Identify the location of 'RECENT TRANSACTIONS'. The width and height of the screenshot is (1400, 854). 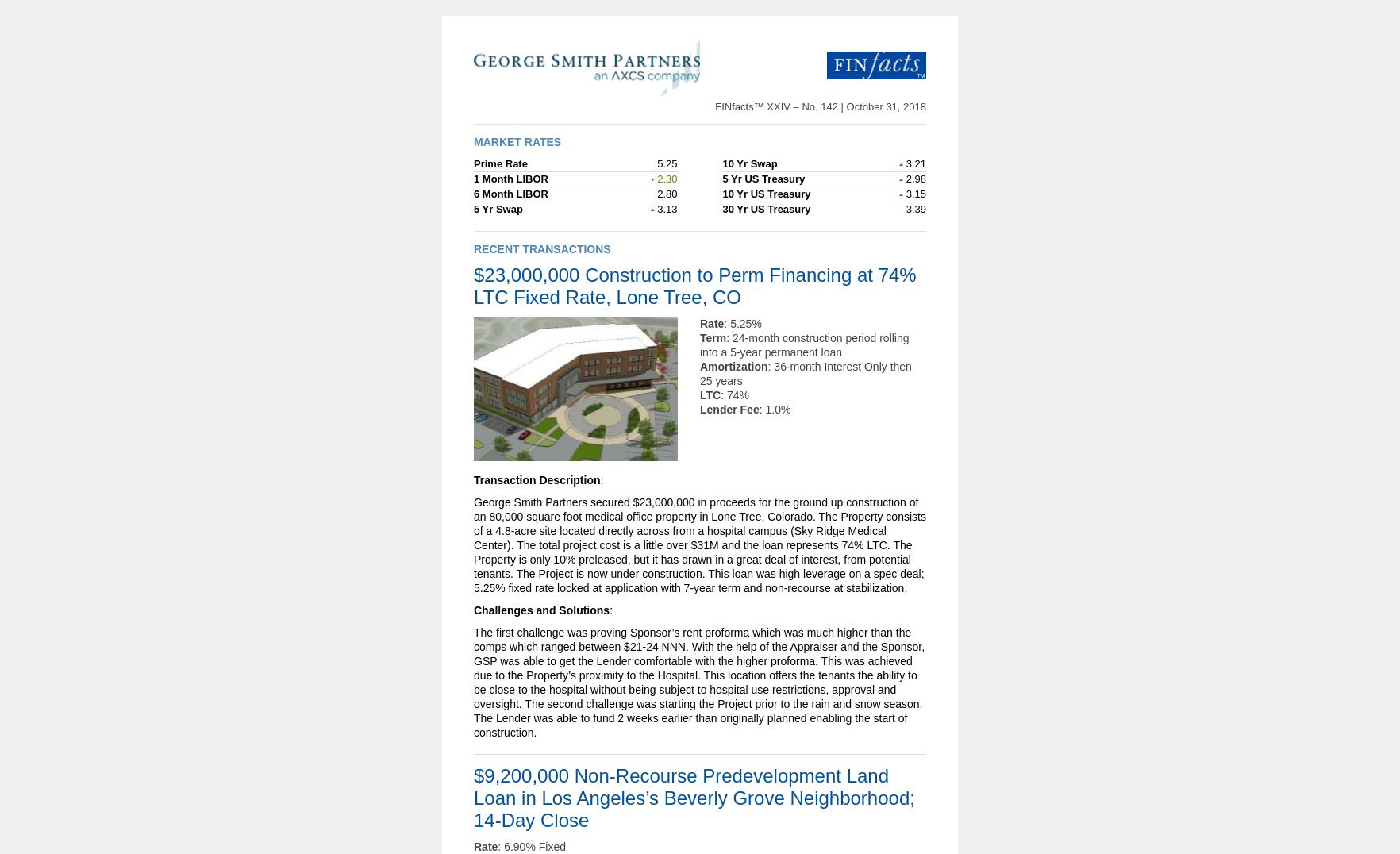
(542, 248).